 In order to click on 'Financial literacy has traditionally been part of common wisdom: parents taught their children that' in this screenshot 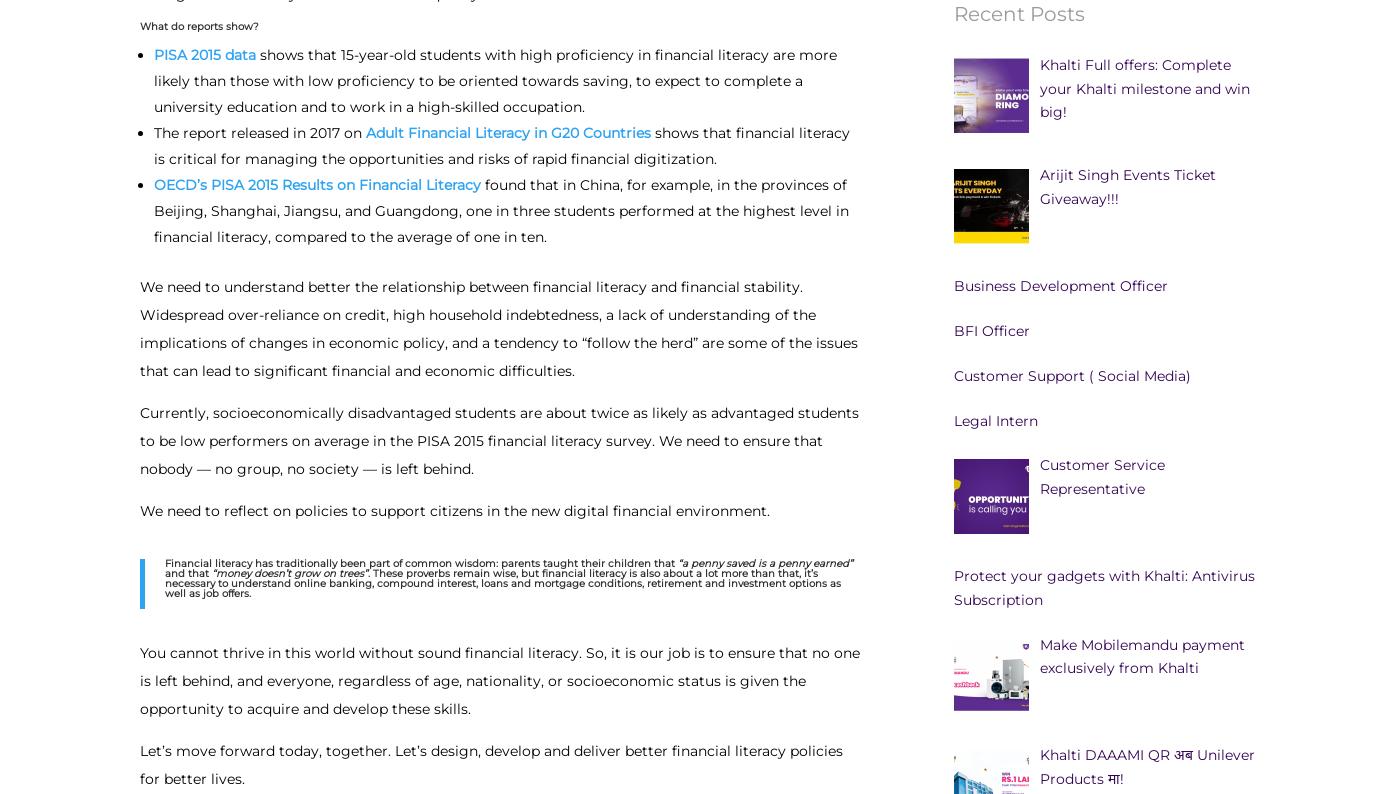, I will do `click(421, 561)`.